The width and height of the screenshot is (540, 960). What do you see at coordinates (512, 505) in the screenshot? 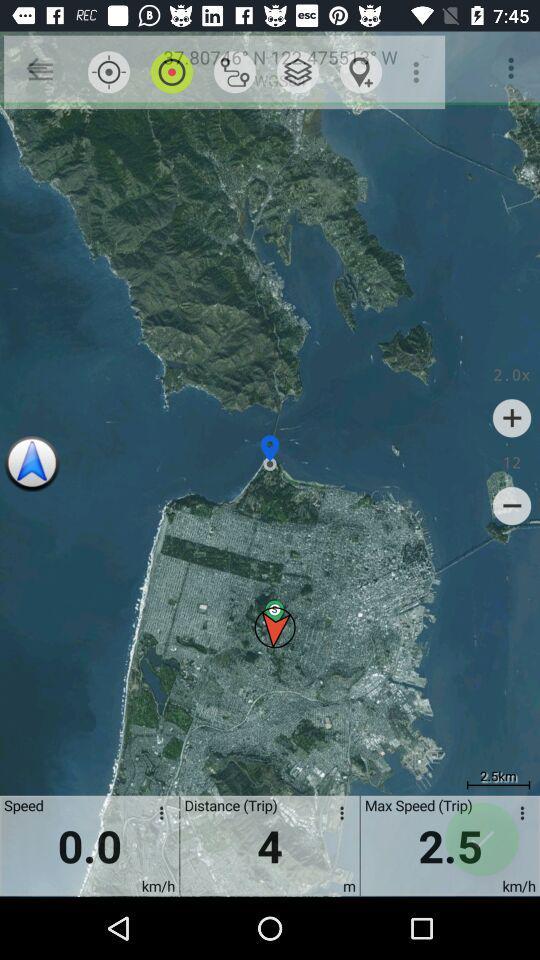
I see `the item above 2.5 item` at bounding box center [512, 505].